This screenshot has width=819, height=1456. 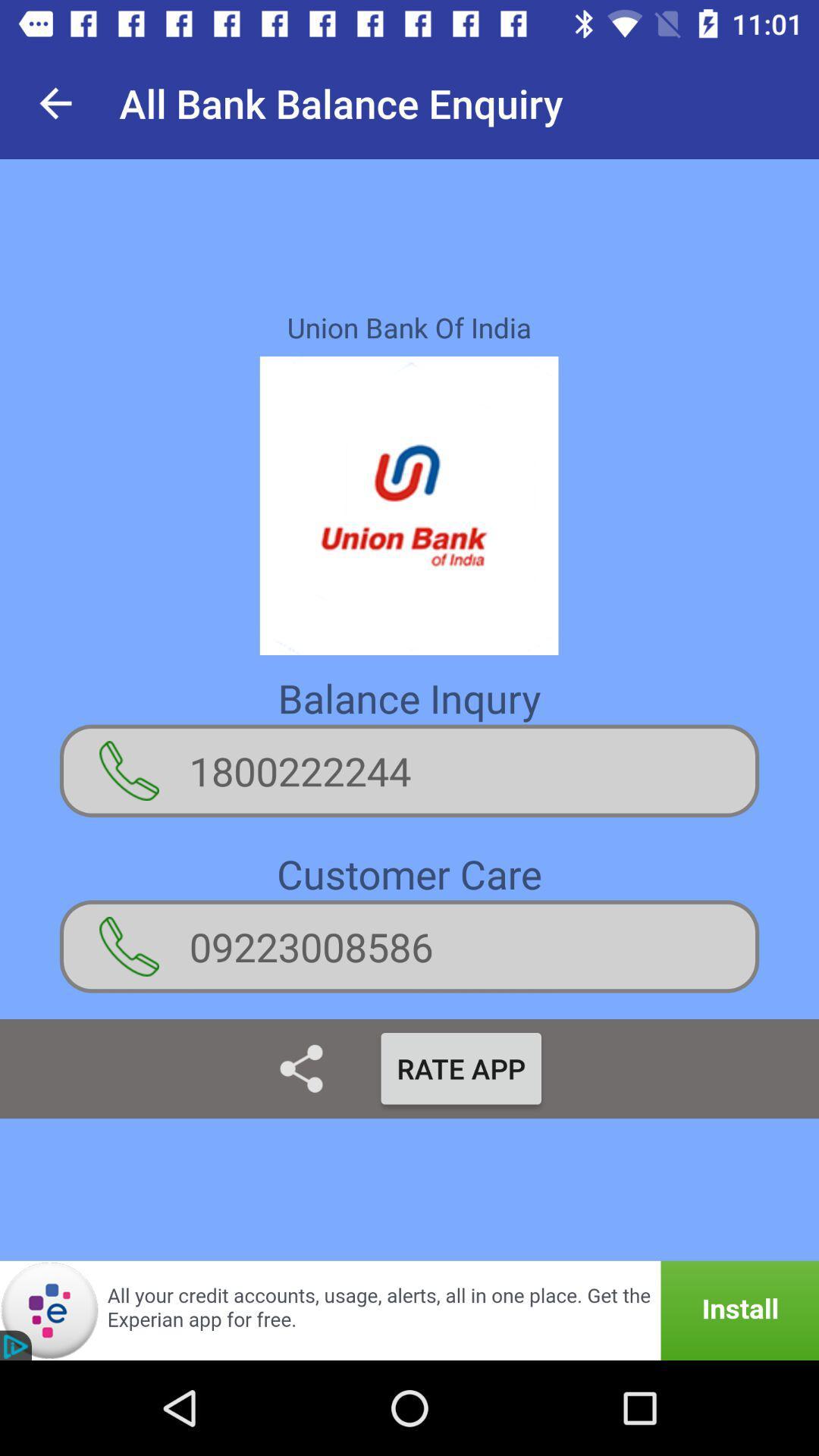 I want to click on app to the left of the all bank balance app, so click(x=55, y=102).